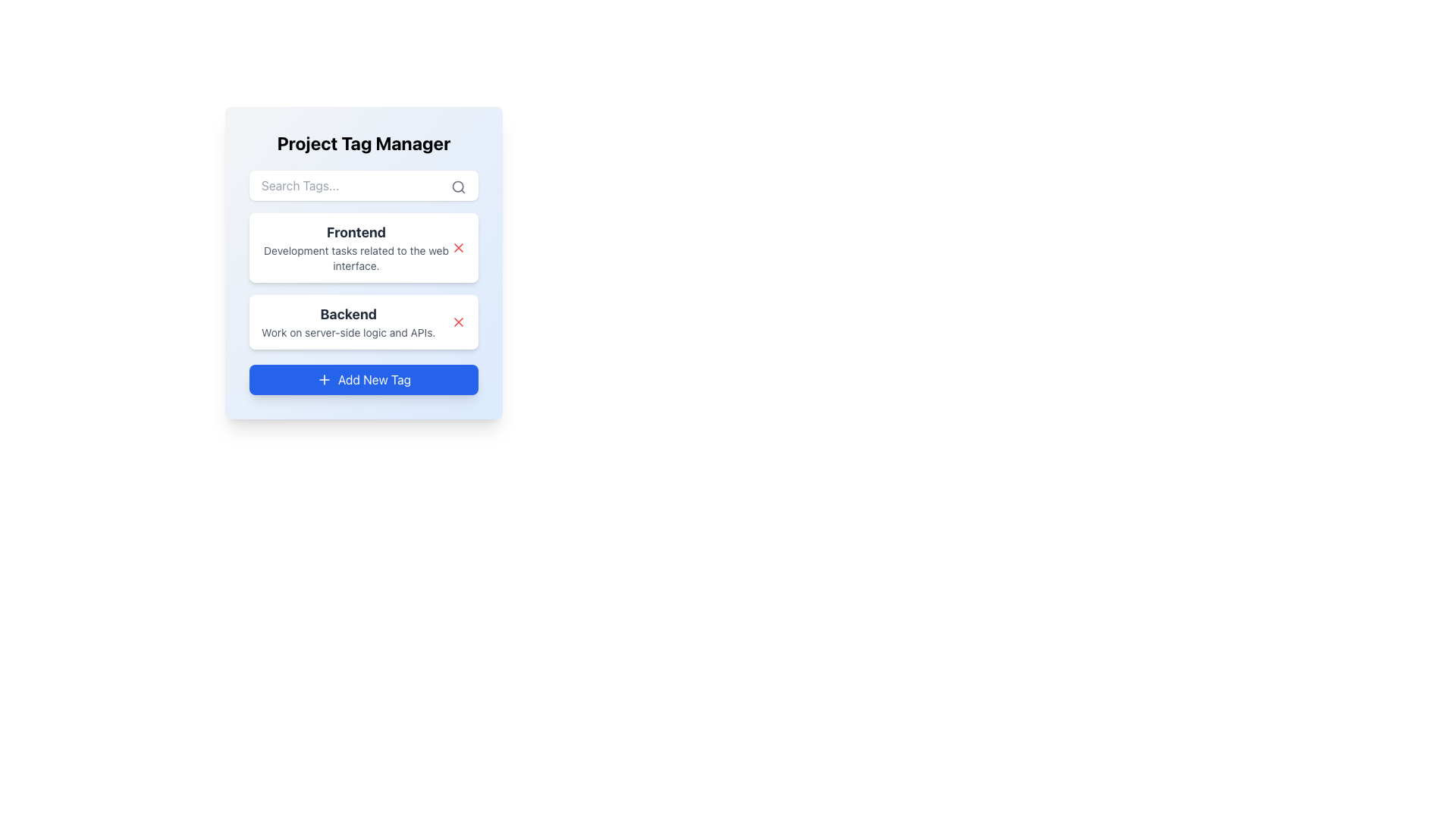 This screenshot has width=1456, height=819. I want to click on the delete icon button located in the top-right corner of the 'Frontend' section, so click(457, 321).